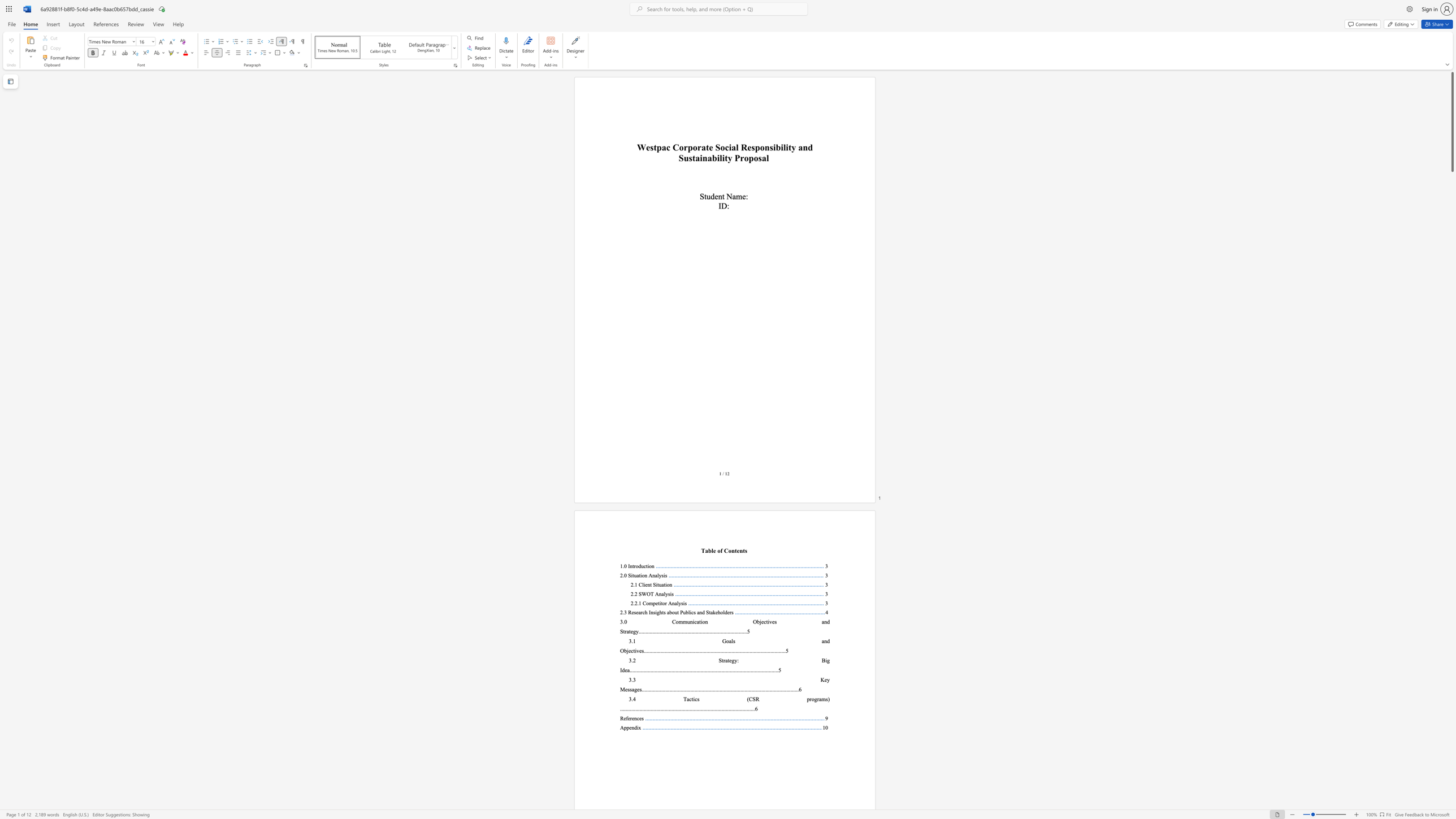 The width and height of the screenshot is (1456, 819). Describe the element at coordinates (719, 670) in the screenshot. I see `the subset text "..........................." within the text "......................................................................................................"` at that location.